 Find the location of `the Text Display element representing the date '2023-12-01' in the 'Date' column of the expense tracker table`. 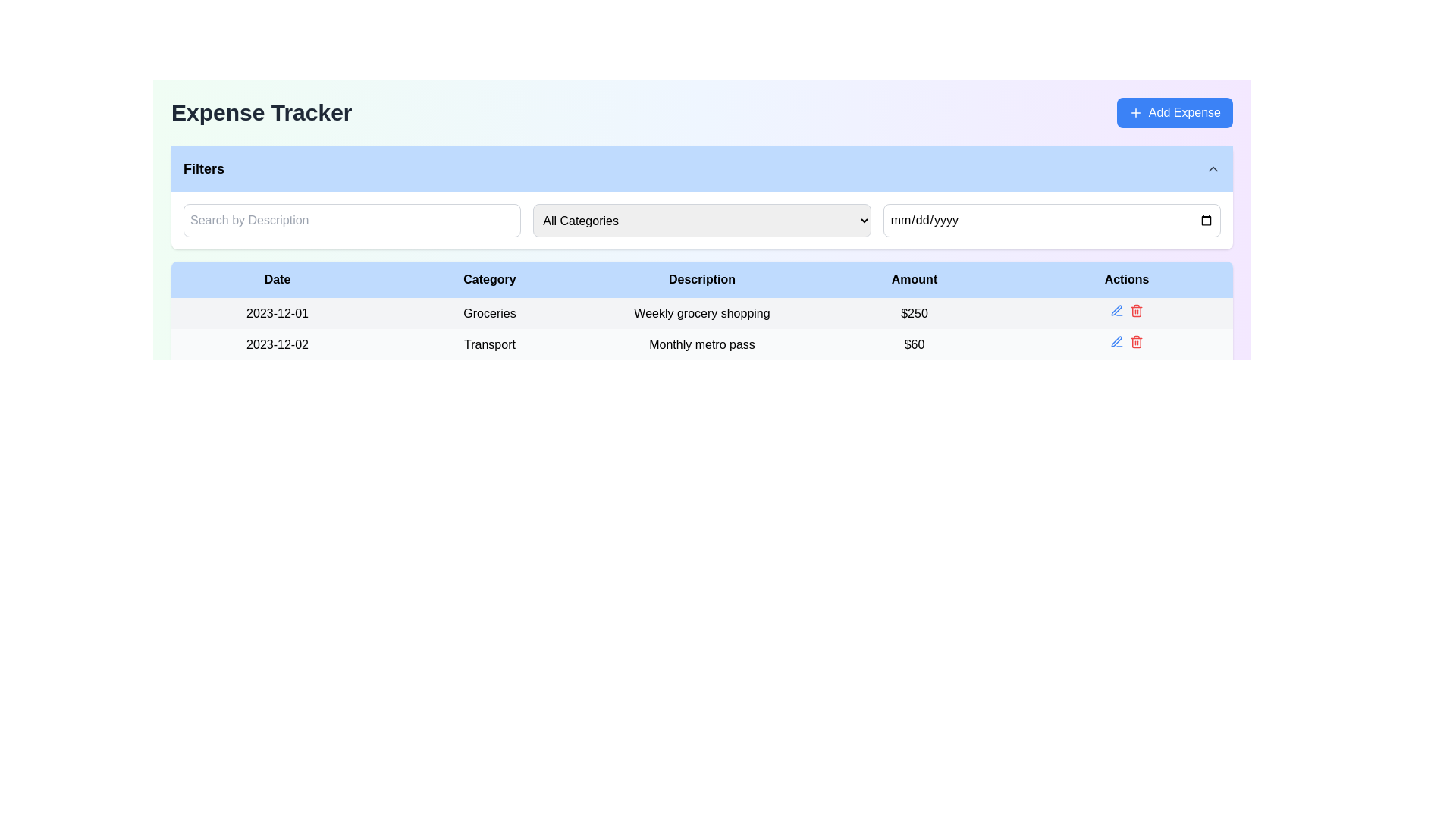

the Text Display element representing the date '2023-12-01' in the 'Date' column of the expense tracker table is located at coordinates (277, 312).